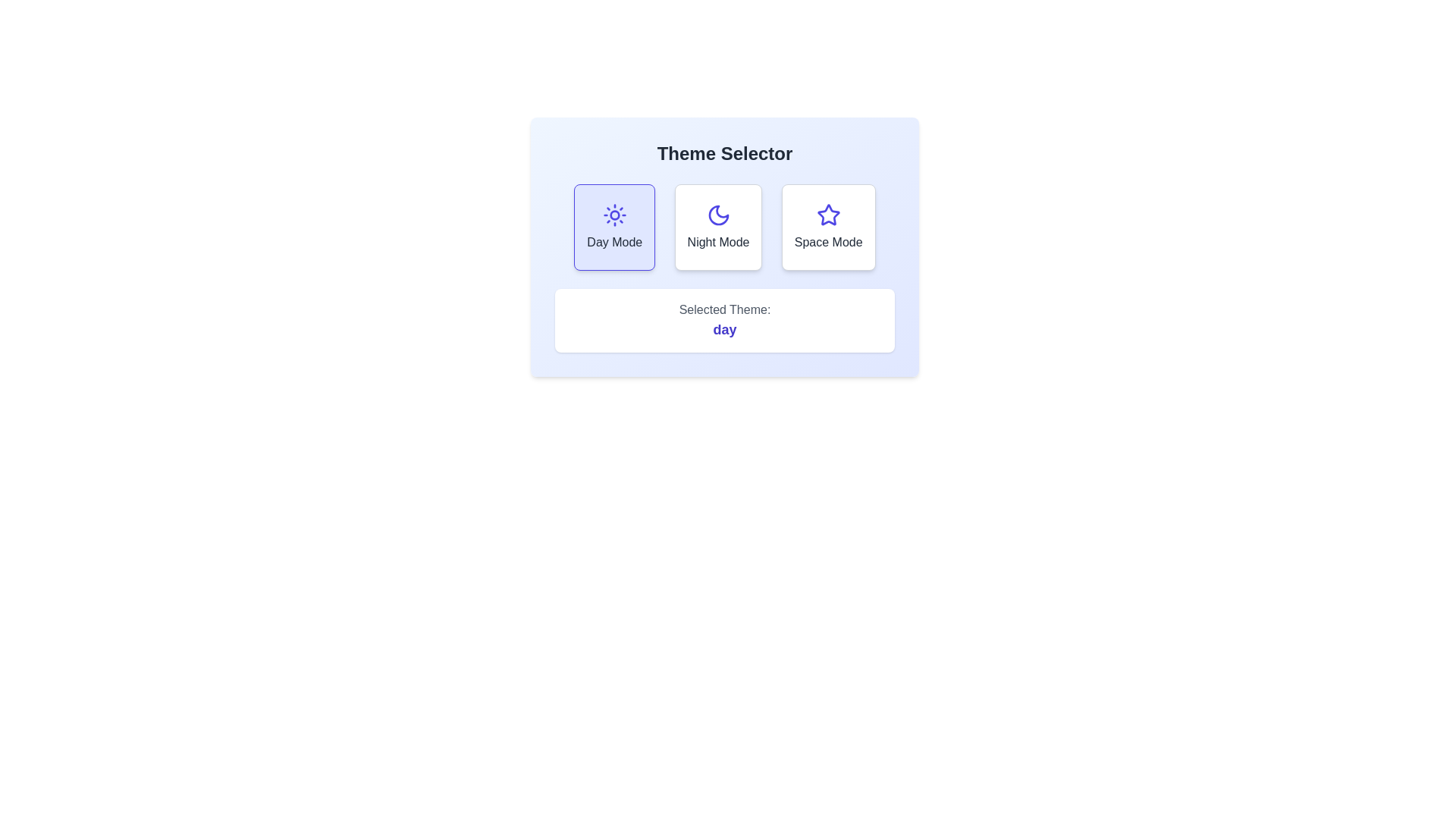 This screenshot has width=1456, height=819. Describe the element at coordinates (827, 215) in the screenshot. I see `the 'Space Mode' icon located in the top-right section of the theme selector panel` at that location.